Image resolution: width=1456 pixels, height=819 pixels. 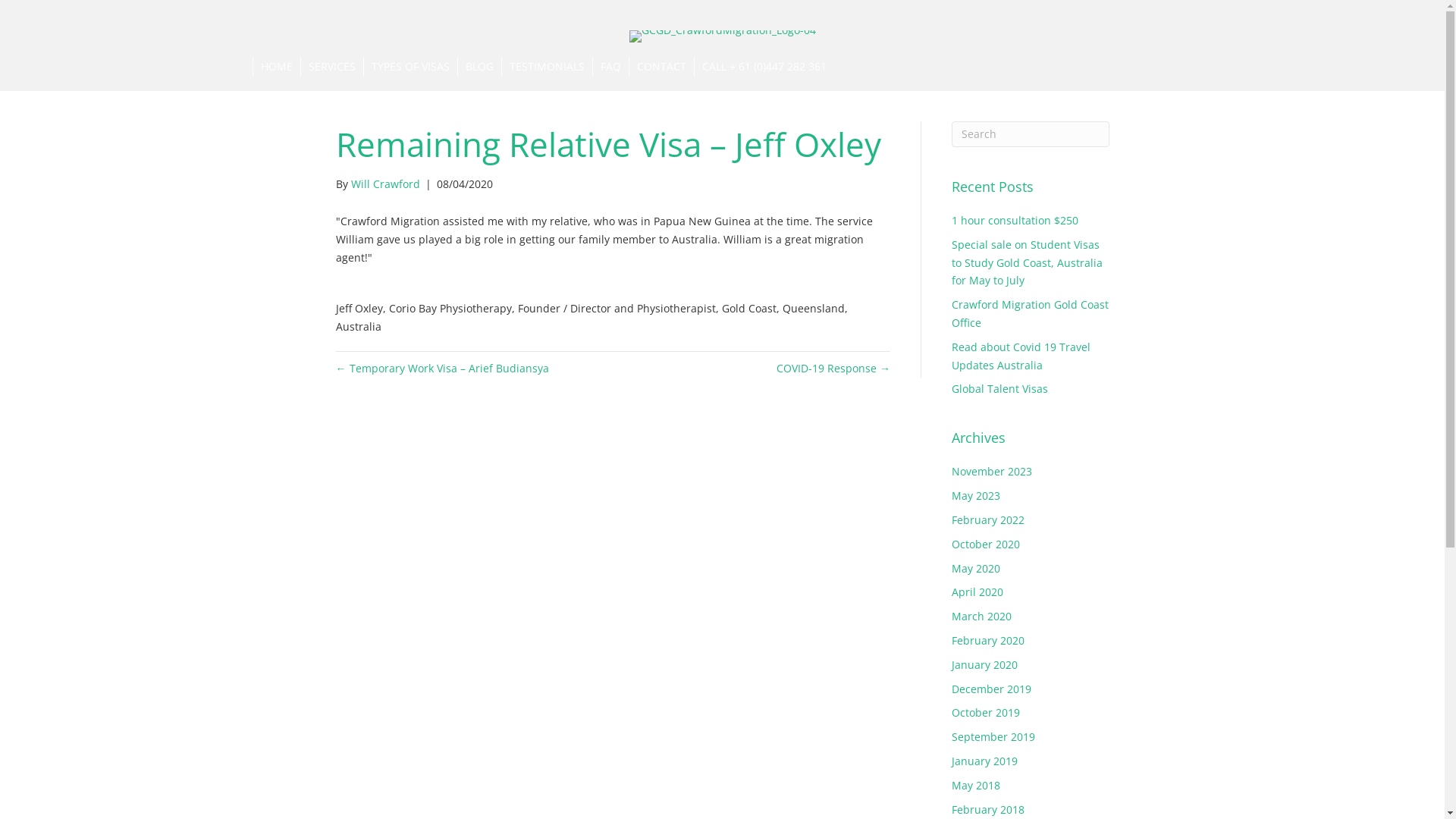 I want to click on 'February 2018', so click(x=987, y=808).